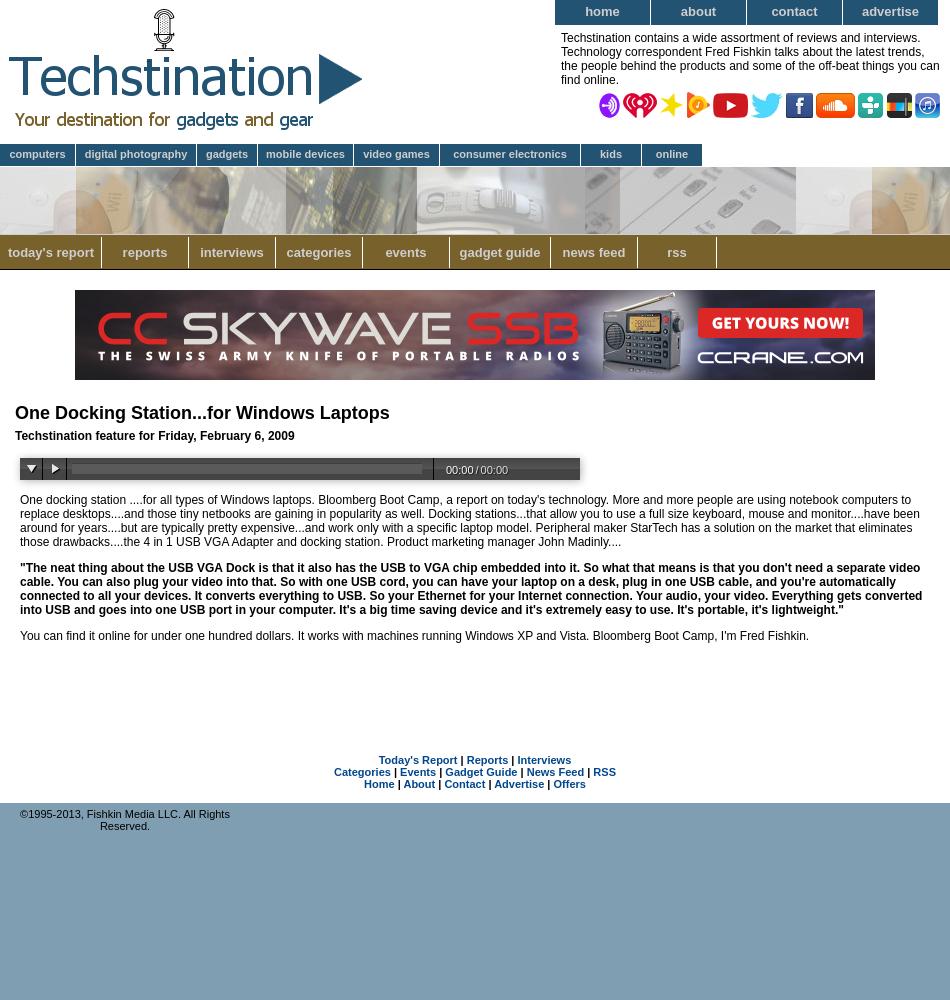 The image size is (950, 1000). Describe the element at coordinates (417, 772) in the screenshot. I see `'Events'` at that location.